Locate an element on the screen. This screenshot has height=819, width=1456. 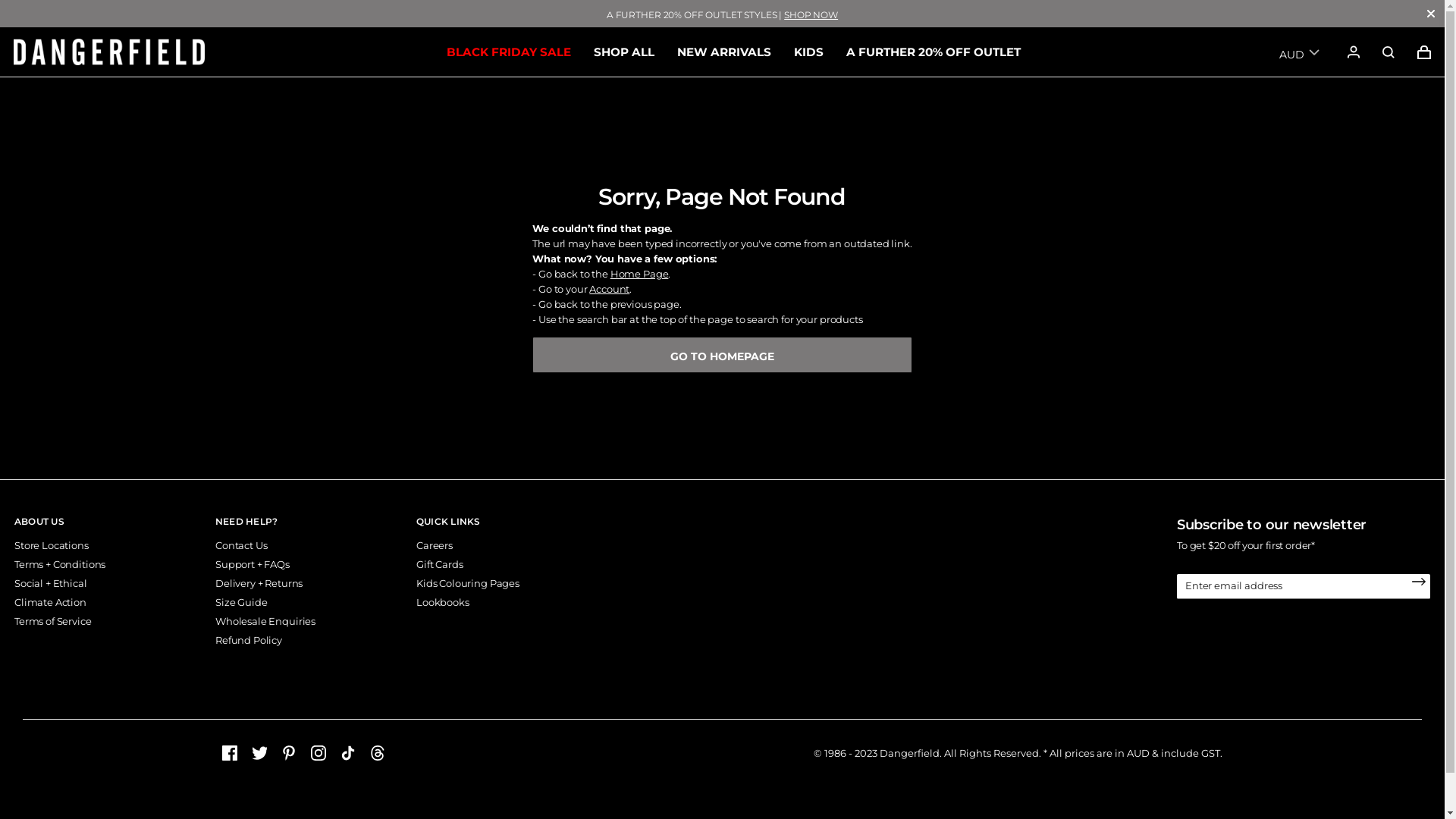
'Size Guide' is located at coordinates (240, 601).